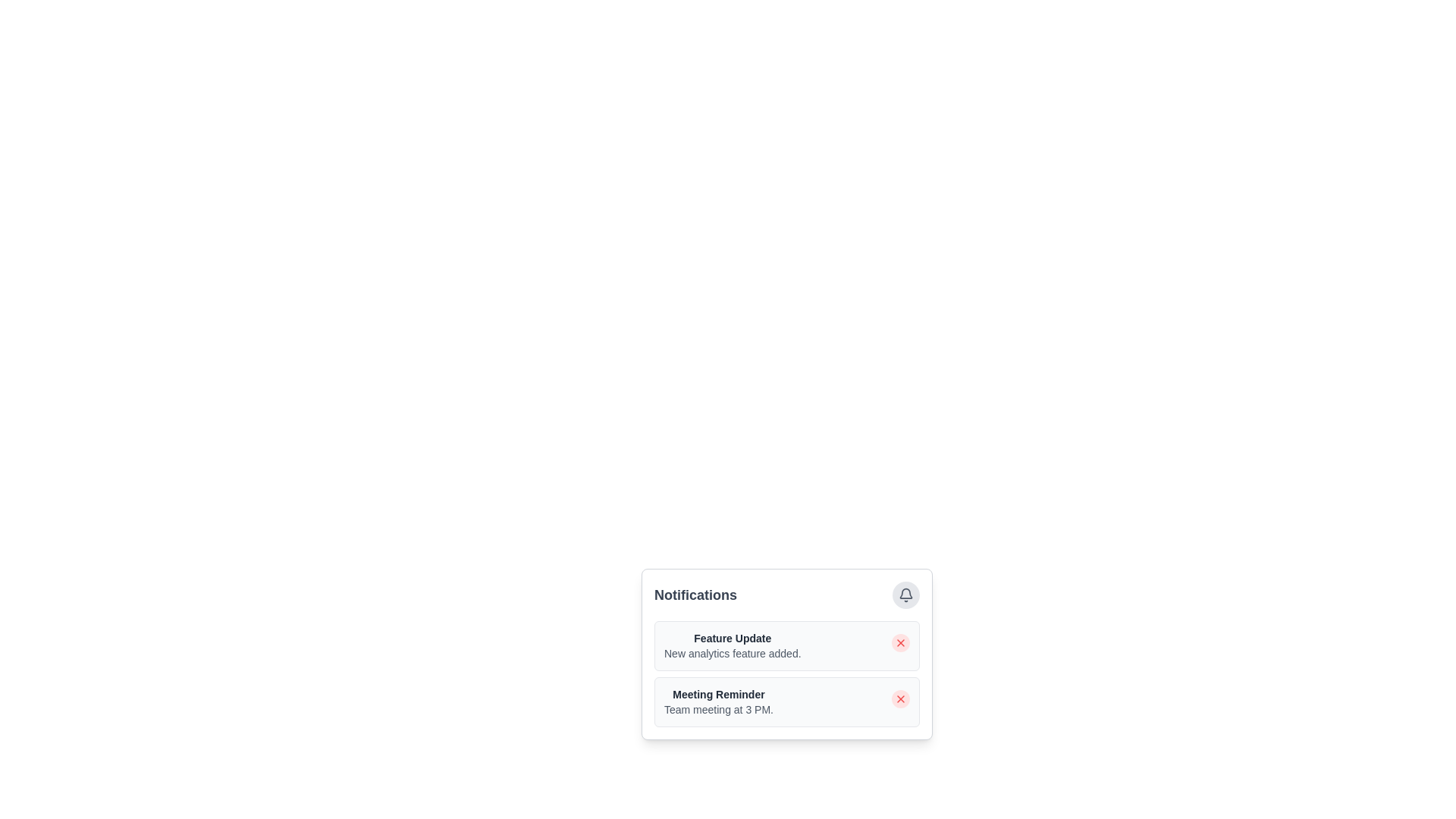 The image size is (1456, 819). I want to click on the text label that serves as the title for the notification, located within a notification card and positioned above the text 'Team meeting at 3 PM.', so click(717, 694).